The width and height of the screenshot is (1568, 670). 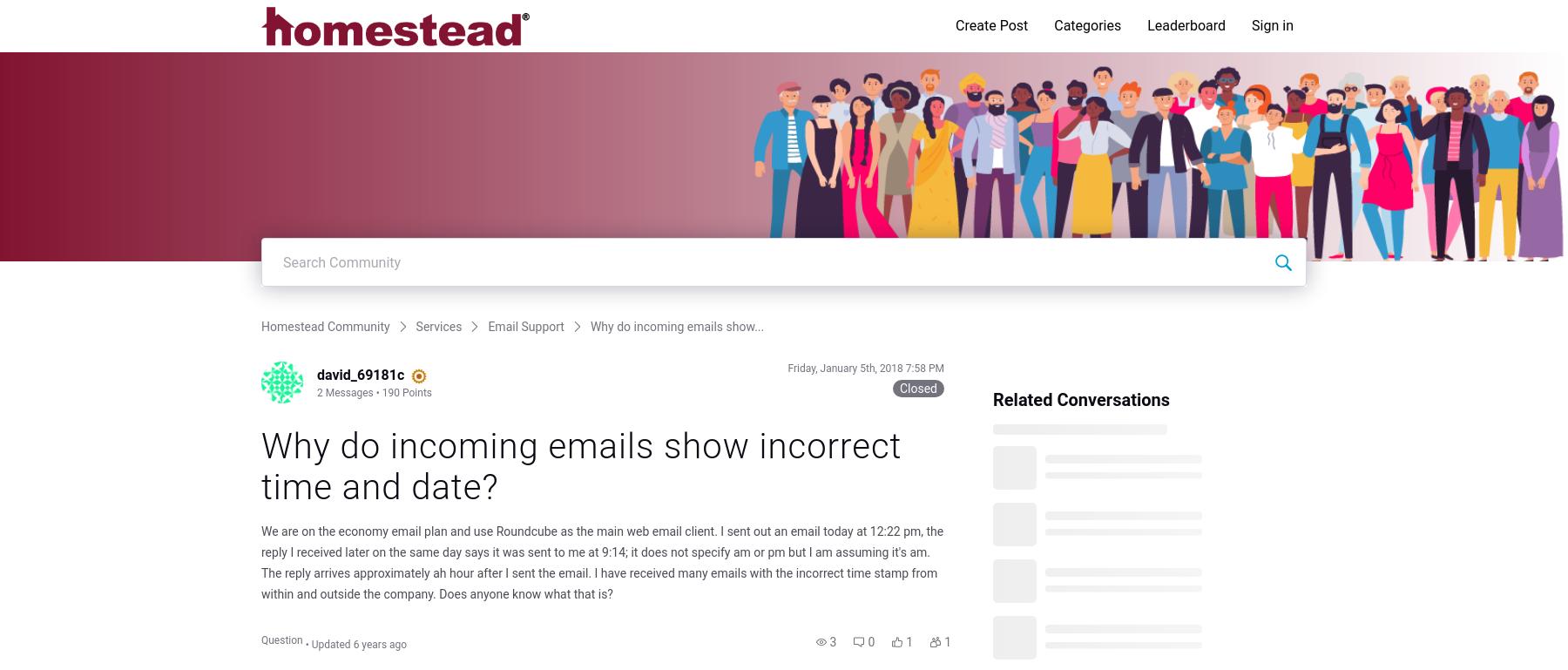 What do you see at coordinates (831, 640) in the screenshot?
I see `'3'` at bounding box center [831, 640].